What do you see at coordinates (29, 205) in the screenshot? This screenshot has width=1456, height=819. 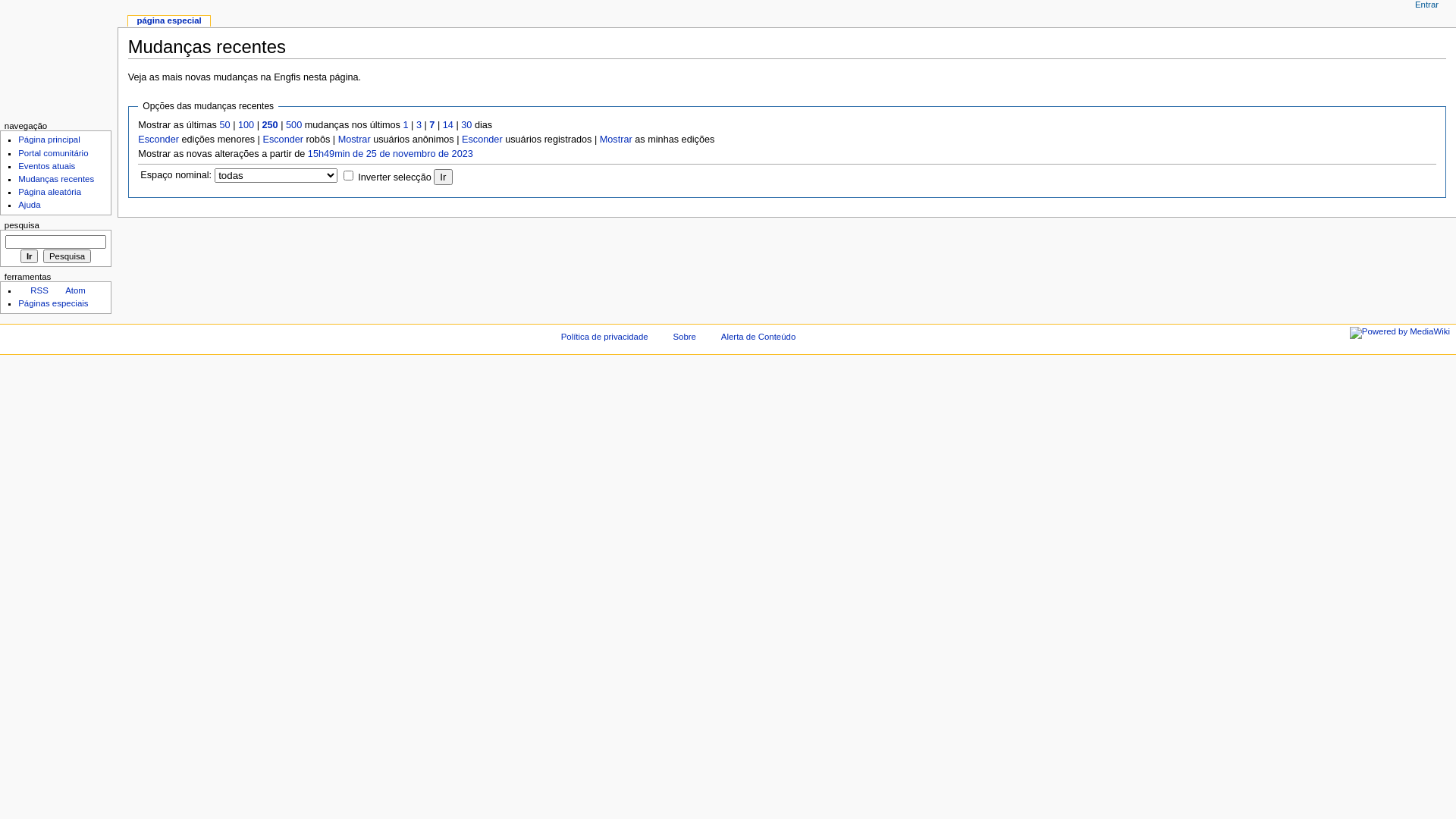 I see `'Ajuda'` at bounding box center [29, 205].